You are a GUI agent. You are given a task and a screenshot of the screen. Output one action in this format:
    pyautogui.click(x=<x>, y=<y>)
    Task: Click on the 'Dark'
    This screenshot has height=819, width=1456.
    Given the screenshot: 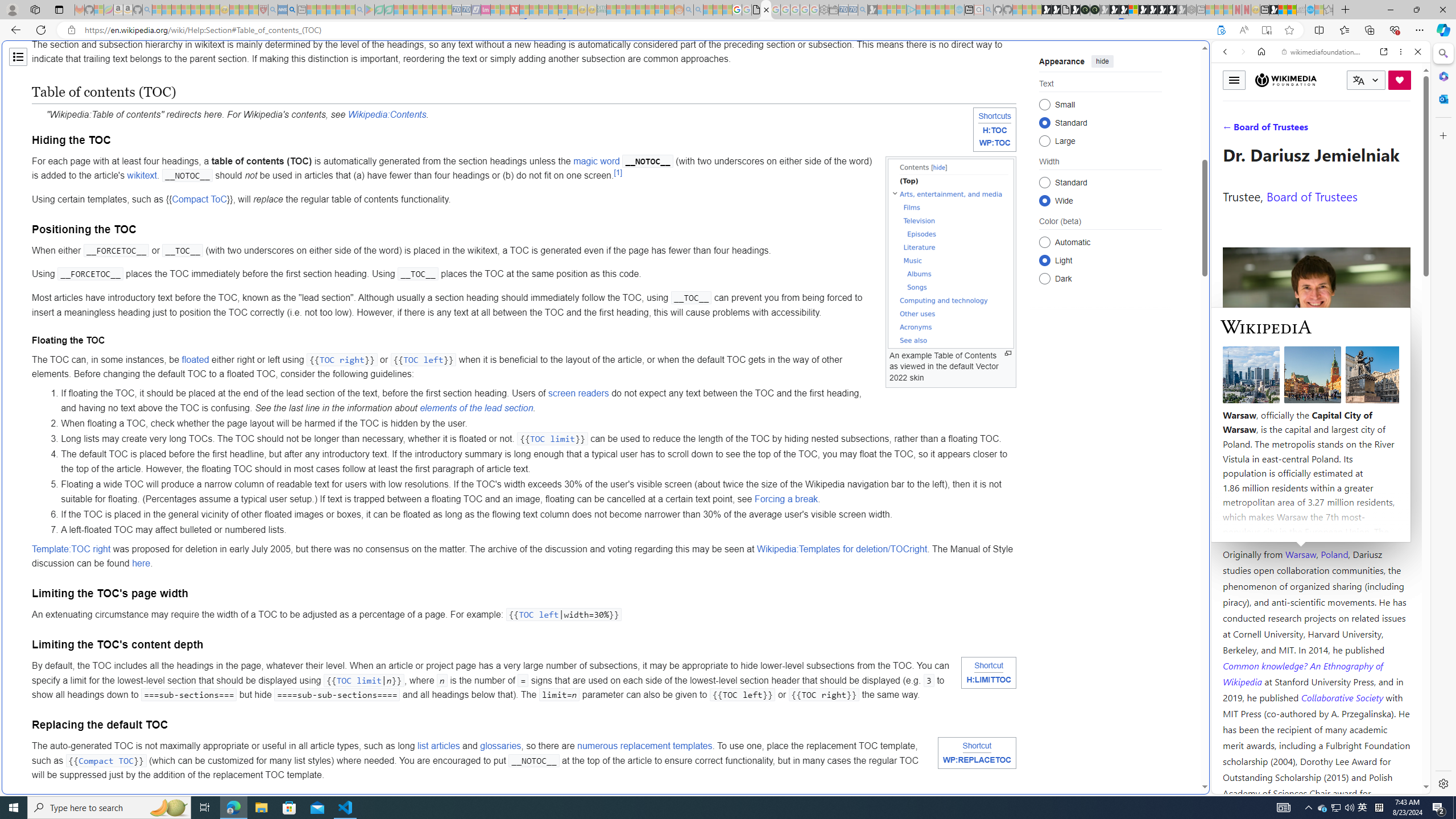 What is the action you would take?
    pyautogui.click(x=1044, y=278)
    